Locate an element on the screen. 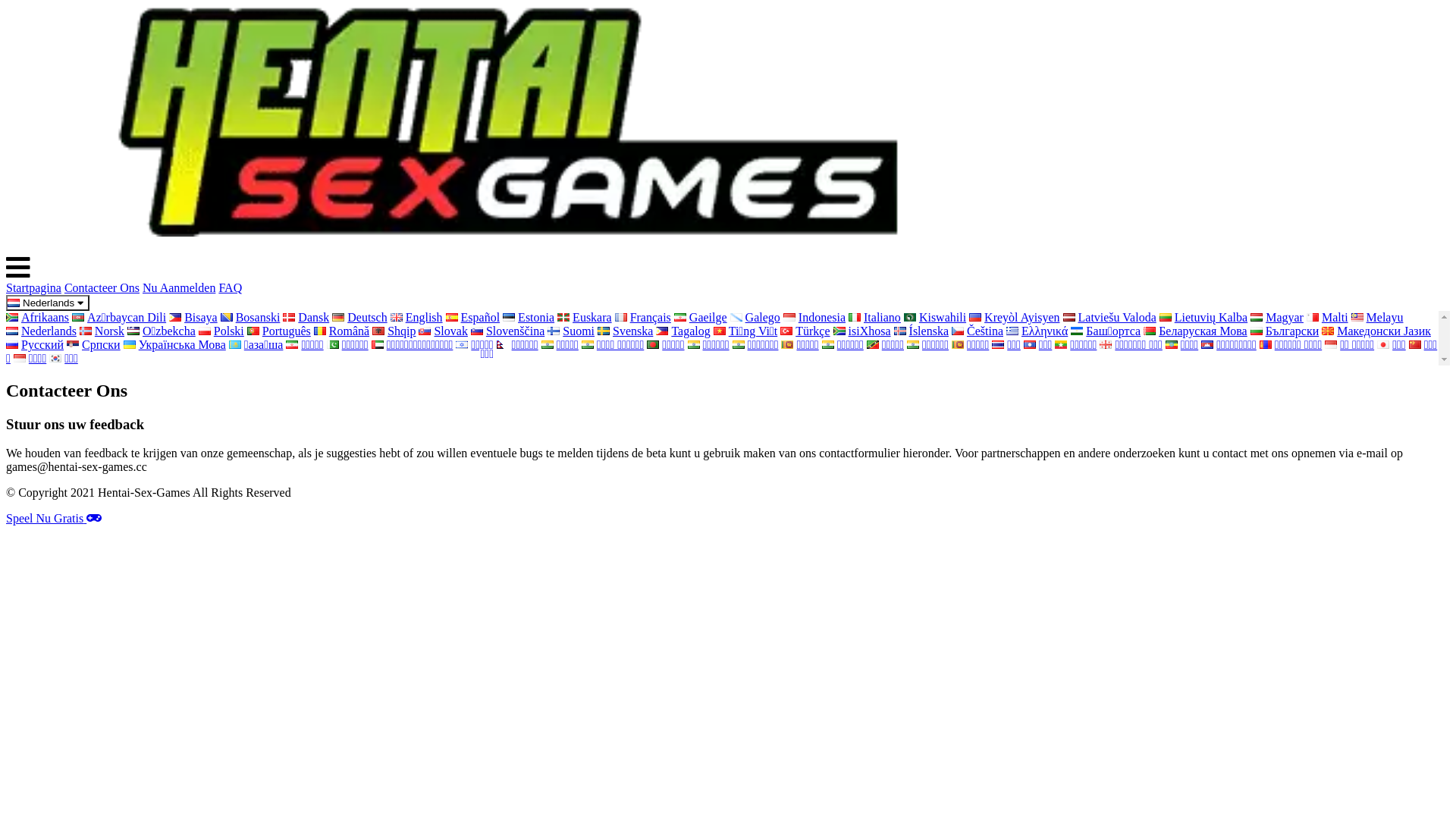  'Nu Aanmelden' is located at coordinates (178, 287).